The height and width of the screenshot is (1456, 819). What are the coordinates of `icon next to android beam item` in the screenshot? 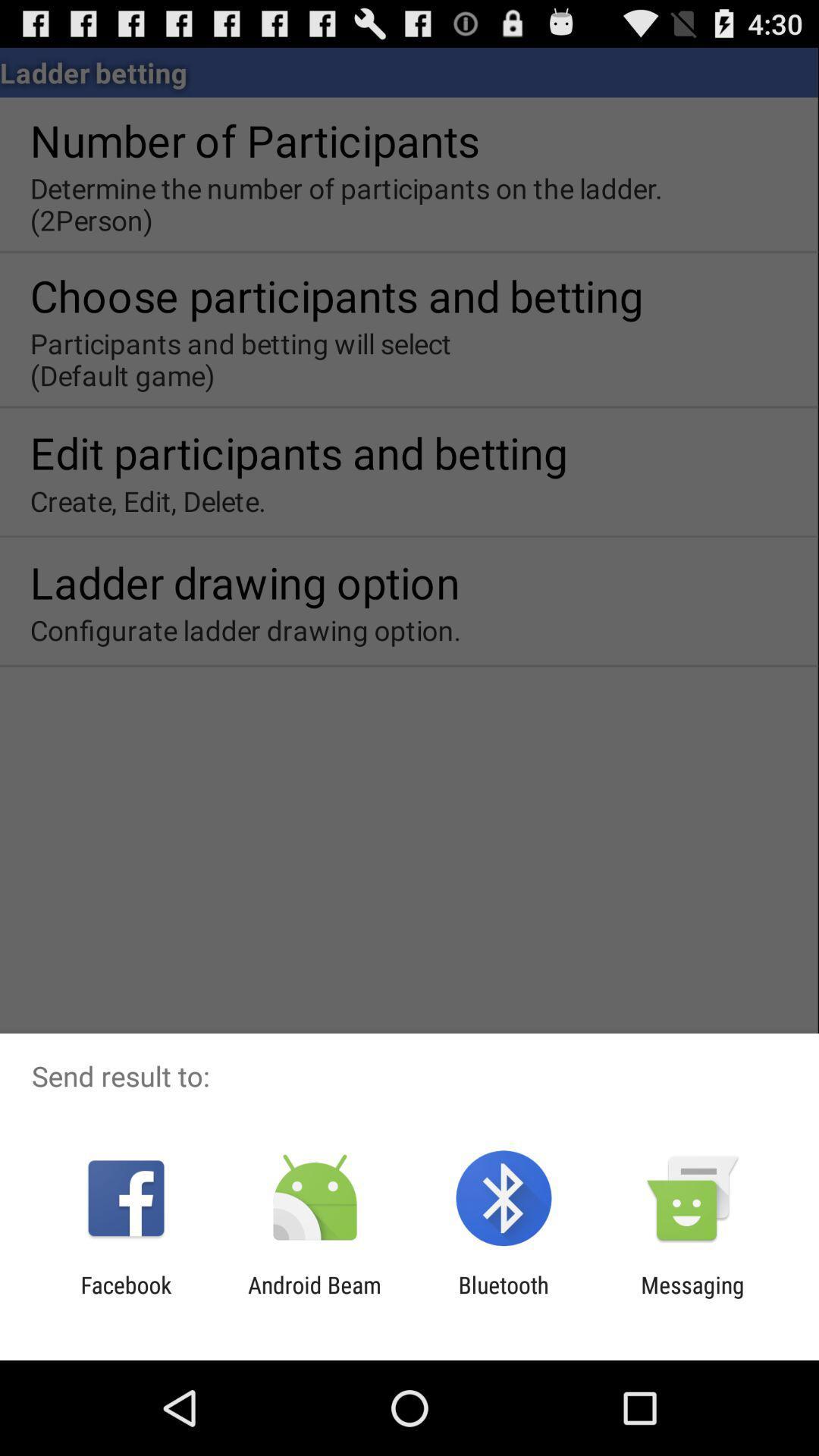 It's located at (125, 1298).